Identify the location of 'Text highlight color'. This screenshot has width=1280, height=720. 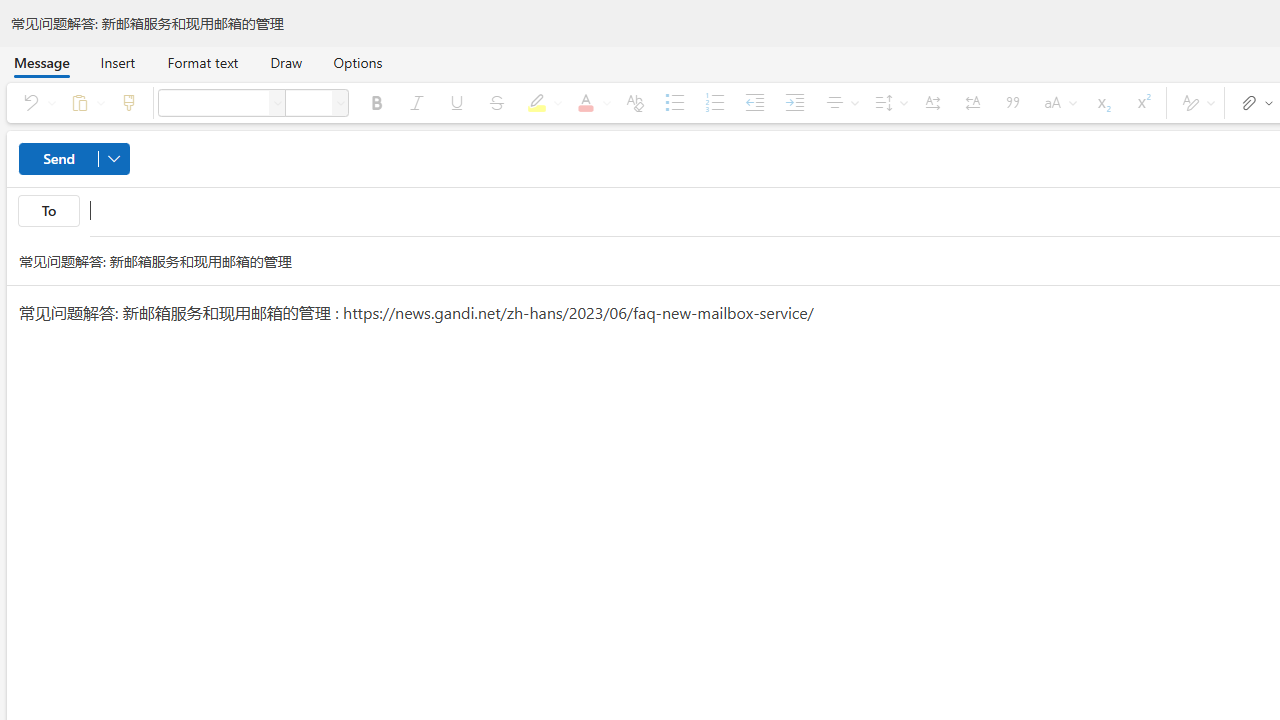
(541, 102).